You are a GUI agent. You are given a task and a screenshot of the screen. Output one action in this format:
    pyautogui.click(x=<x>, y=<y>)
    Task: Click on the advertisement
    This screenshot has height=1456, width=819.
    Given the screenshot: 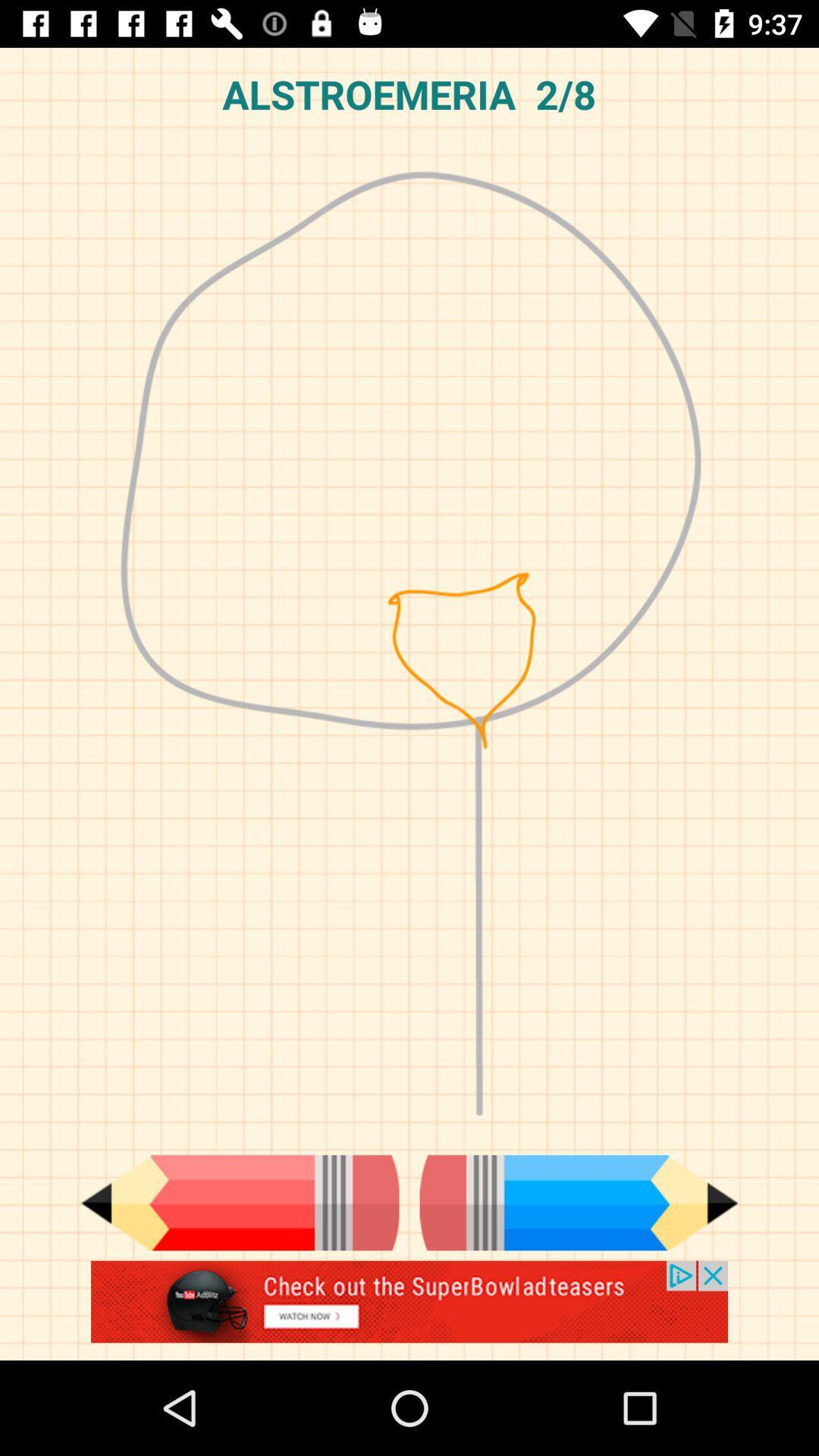 What is the action you would take?
    pyautogui.click(x=409, y=1310)
    